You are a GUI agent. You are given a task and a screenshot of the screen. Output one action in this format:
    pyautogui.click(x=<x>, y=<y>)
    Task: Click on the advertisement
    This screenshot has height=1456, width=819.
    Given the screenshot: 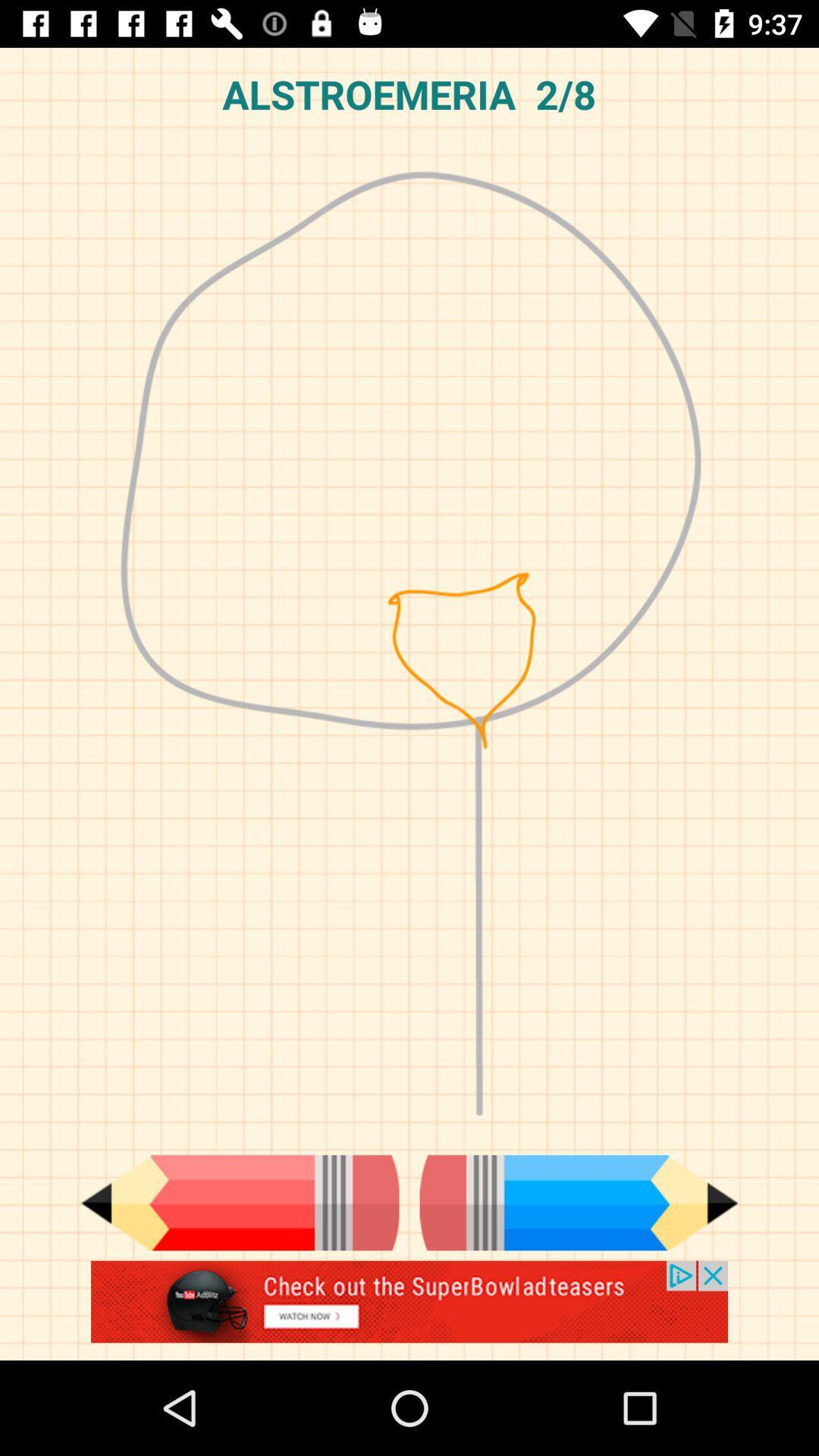 What is the action you would take?
    pyautogui.click(x=409, y=1310)
    